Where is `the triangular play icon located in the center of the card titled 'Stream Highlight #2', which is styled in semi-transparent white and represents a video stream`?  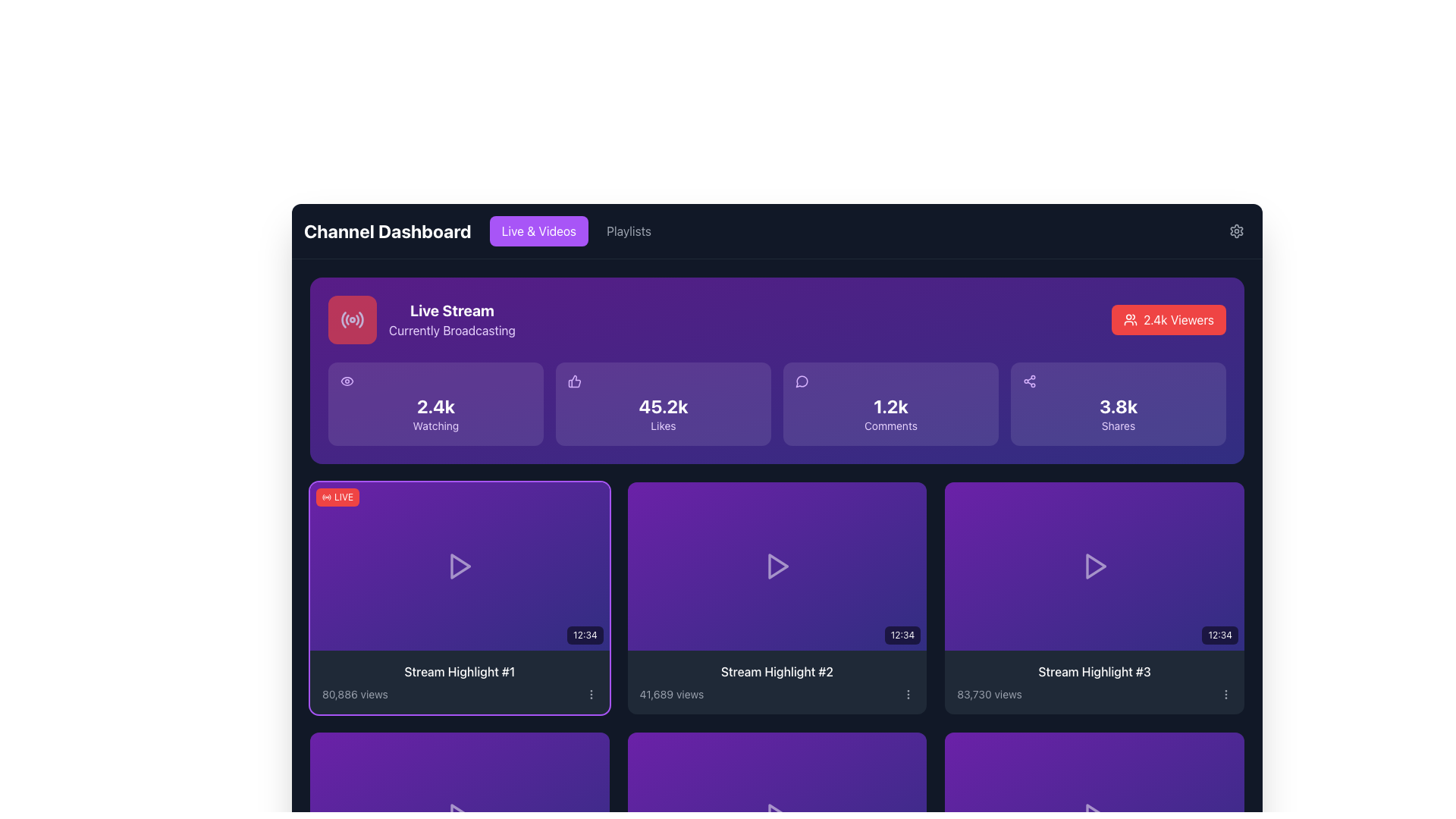 the triangular play icon located in the center of the card titled 'Stream Highlight #2', which is styled in semi-transparent white and represents a video stream is located at coordinates (778, 566).